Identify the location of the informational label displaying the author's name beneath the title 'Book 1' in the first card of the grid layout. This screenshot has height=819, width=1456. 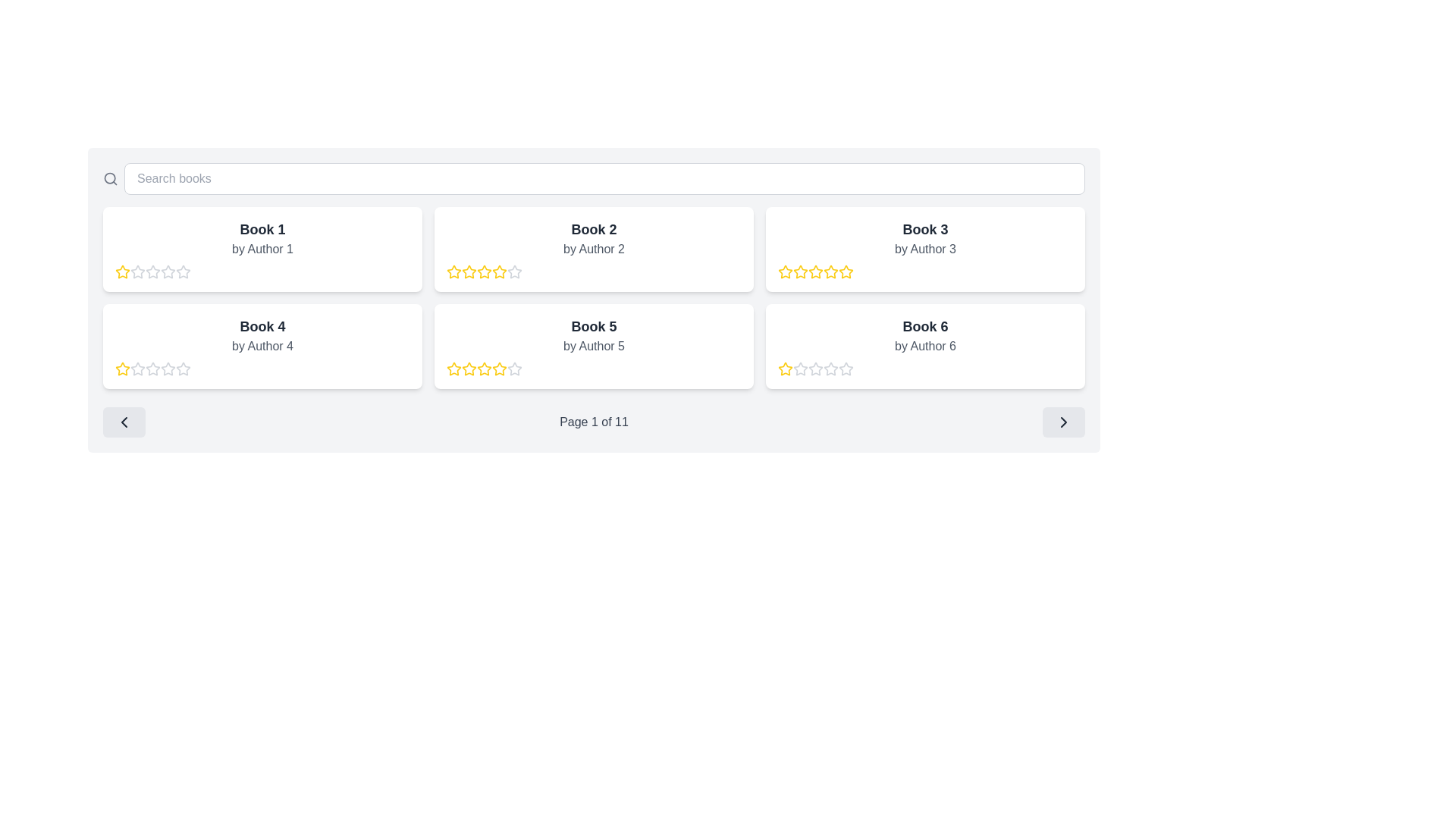
(262, 248).